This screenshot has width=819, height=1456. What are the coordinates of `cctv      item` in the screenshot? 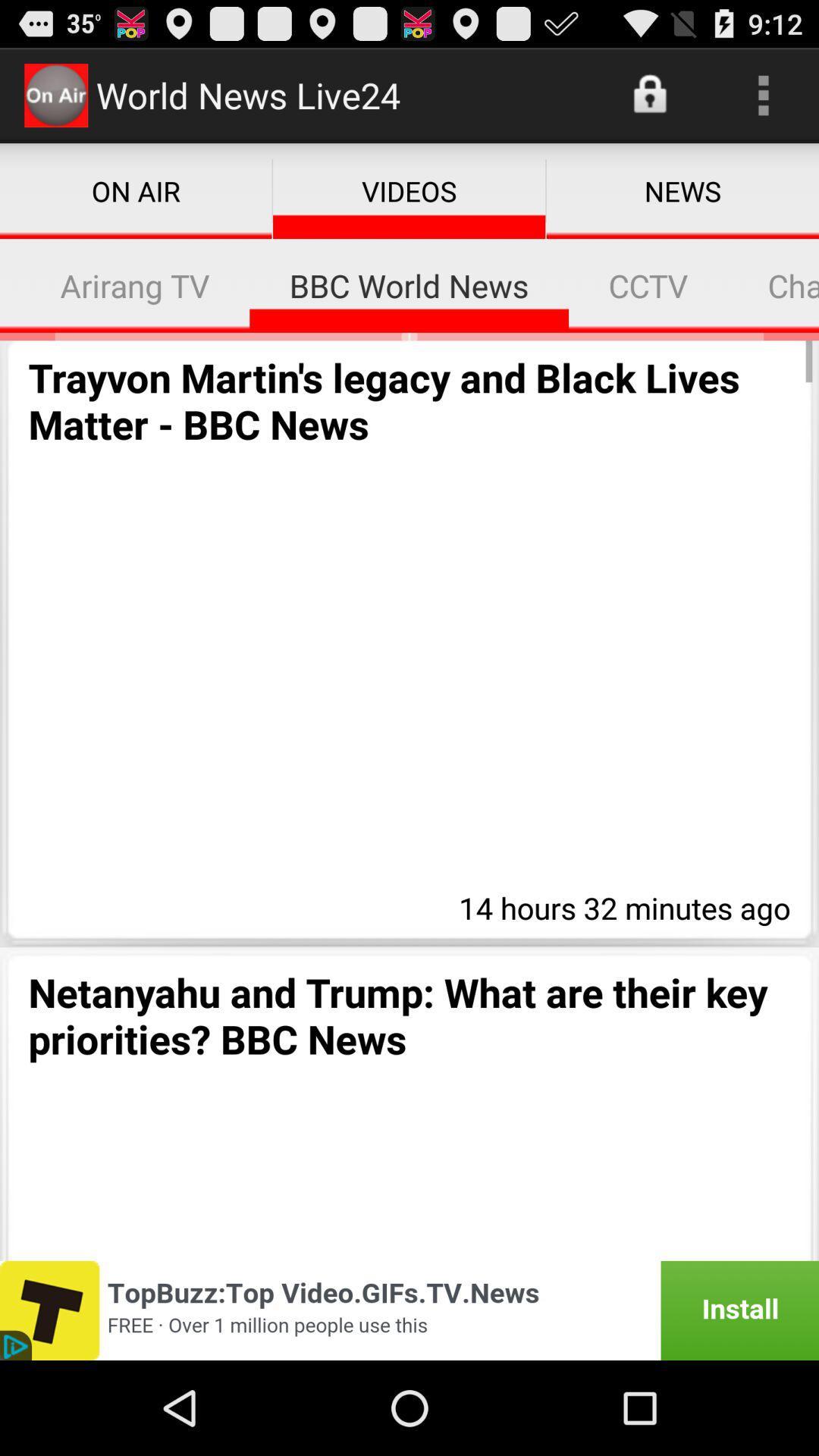 It's located at (648, 285).